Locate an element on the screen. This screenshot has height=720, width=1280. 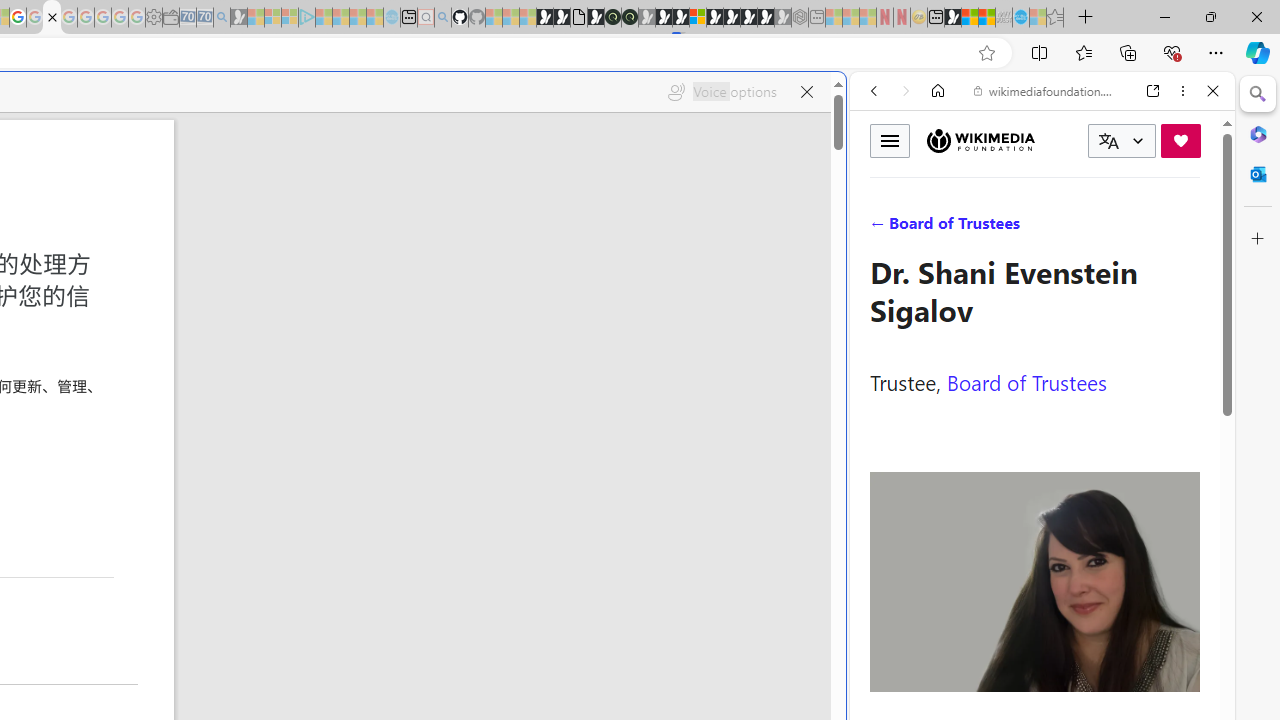
'Voice options' is located at coordinates (720, 92).